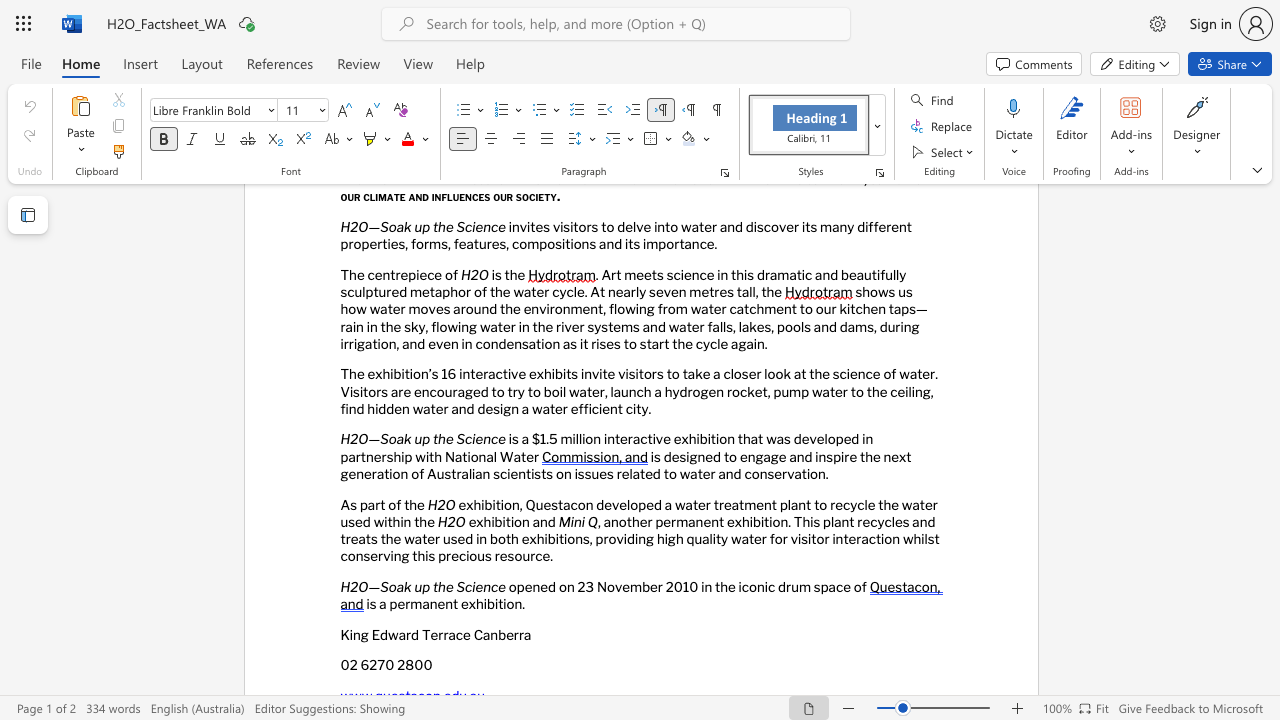  I want to click on the subset text "00" within the text "02 6270 2800", so click(413, 665).